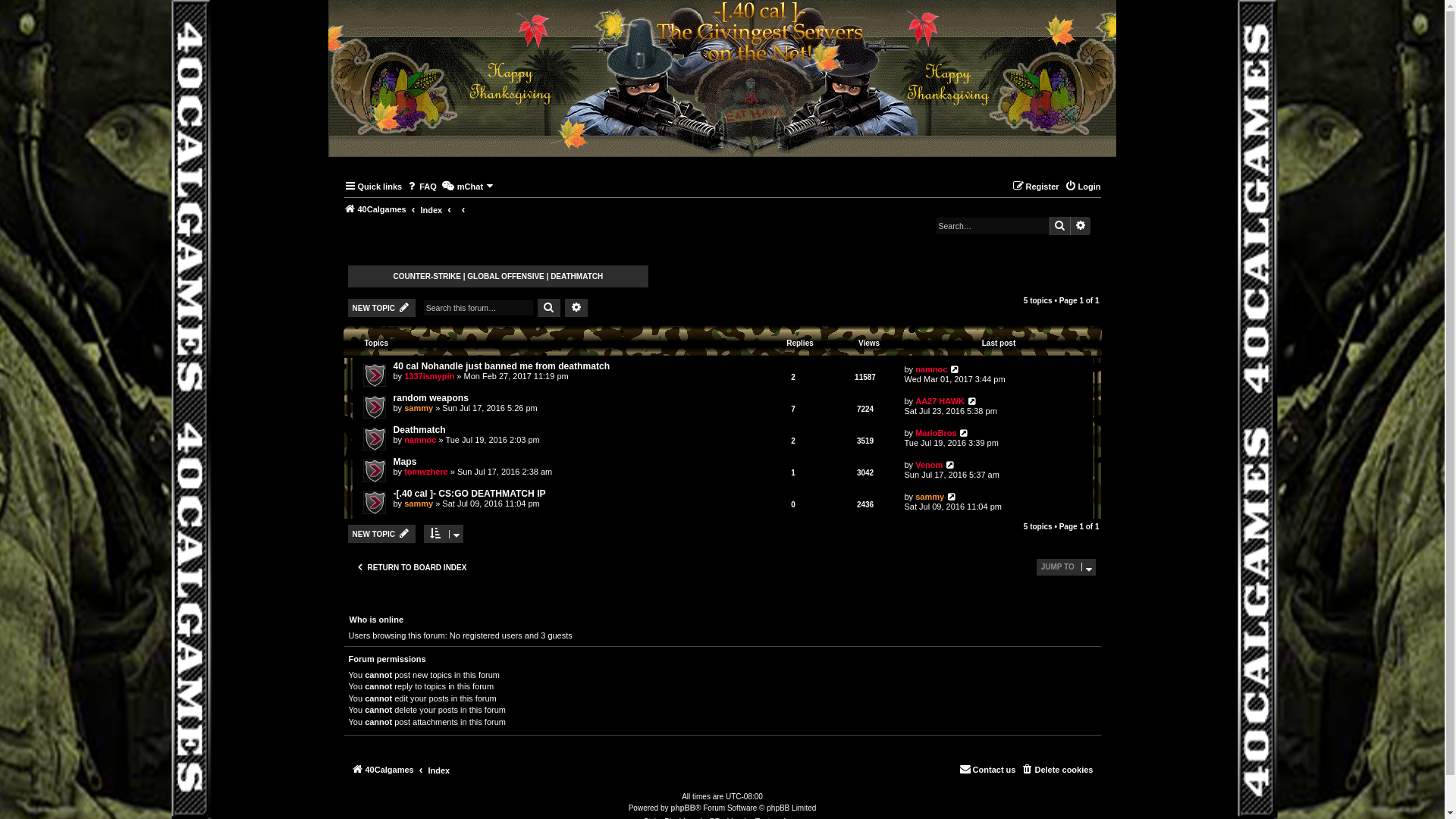  I want to click on 'tomwzhere', so click(425, 470).